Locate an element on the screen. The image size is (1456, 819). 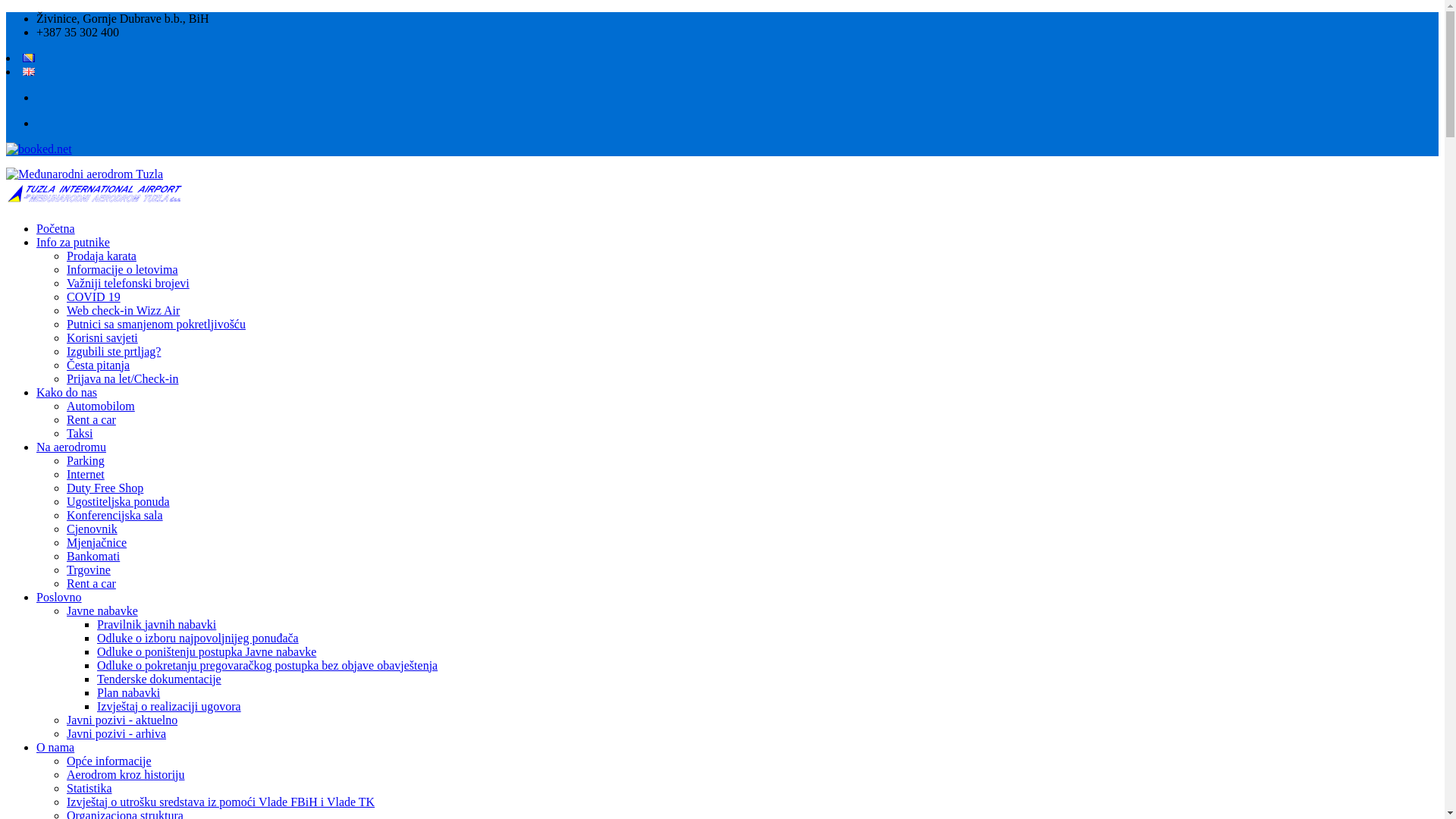
'Duty Free Shop' is located at coordinates (104, 488).